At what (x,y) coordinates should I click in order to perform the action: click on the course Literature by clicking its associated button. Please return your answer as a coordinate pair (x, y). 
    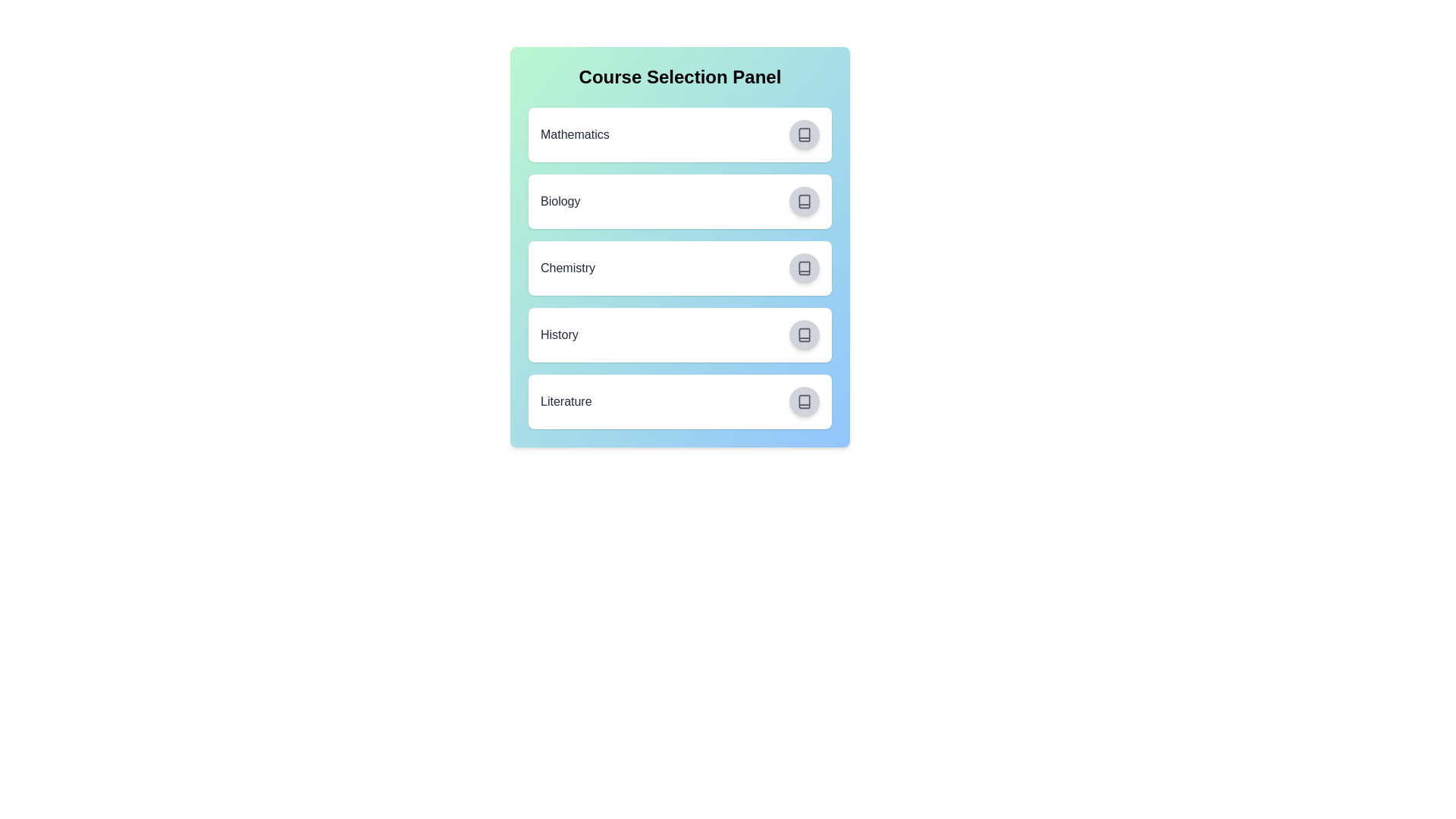
    Looking at the image, I should click on (803, 400).